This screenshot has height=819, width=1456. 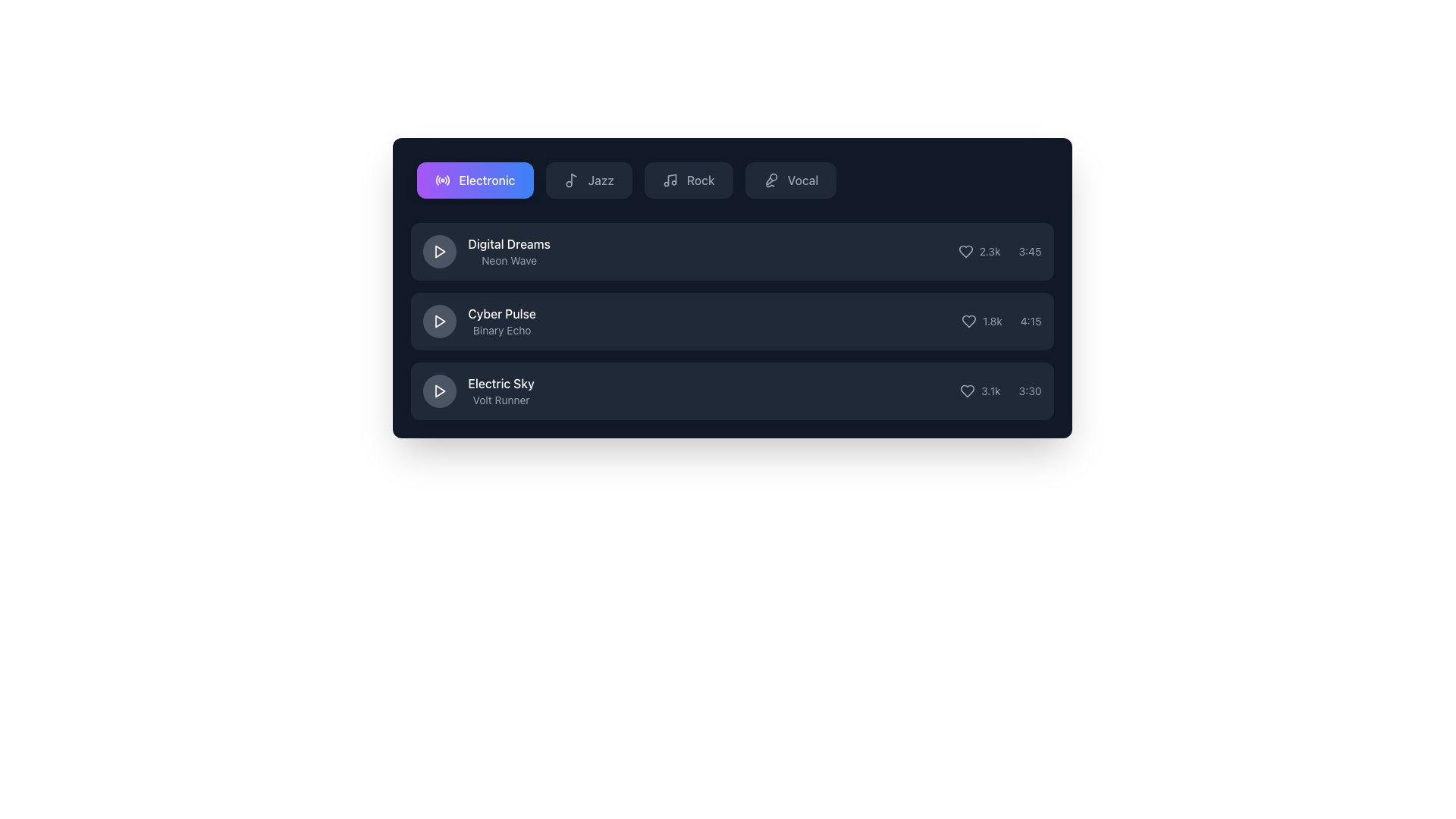 What do you see at coordinates (700, 180) in the screenshot?
I see `the 'Rock' genre text label within the interactive button in the horizontal navigation bar to filter content by the 'Rock' genre` at bounding box center [700, 180].